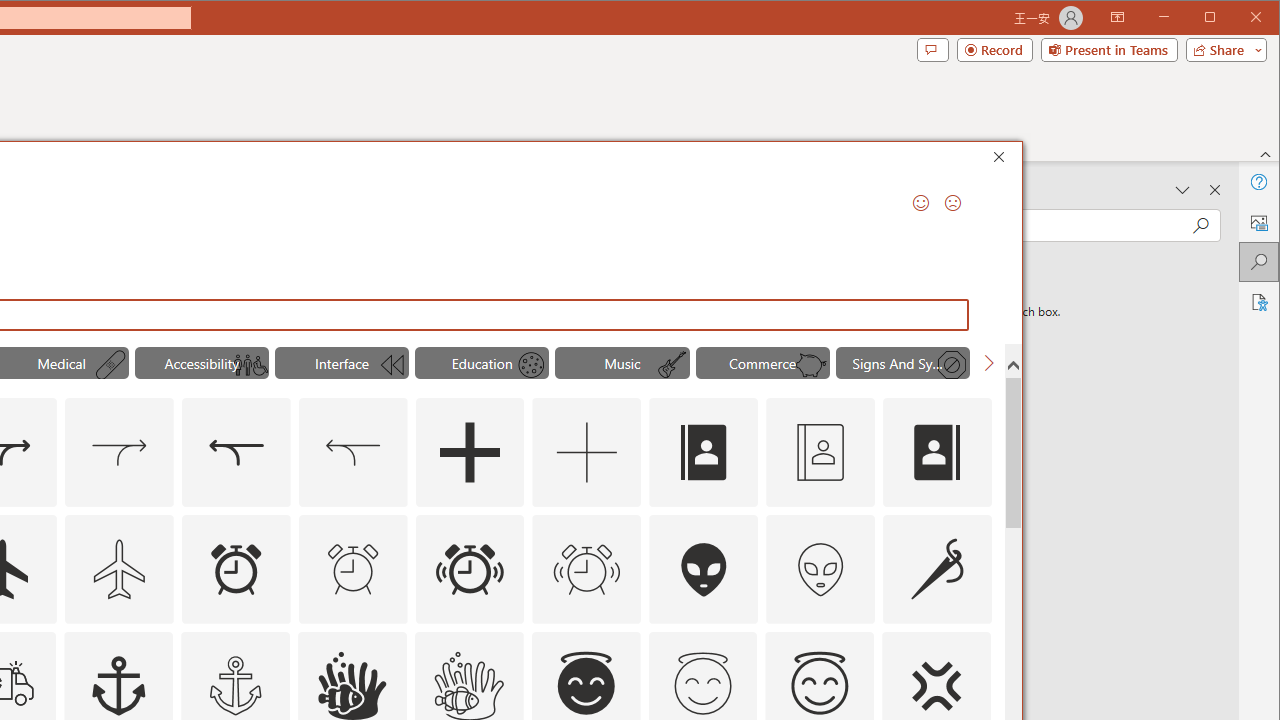 Image resolution: width=1280 pixels, height=720 pixels. I want to click on '"Education" Icons.', so click(481, 362).